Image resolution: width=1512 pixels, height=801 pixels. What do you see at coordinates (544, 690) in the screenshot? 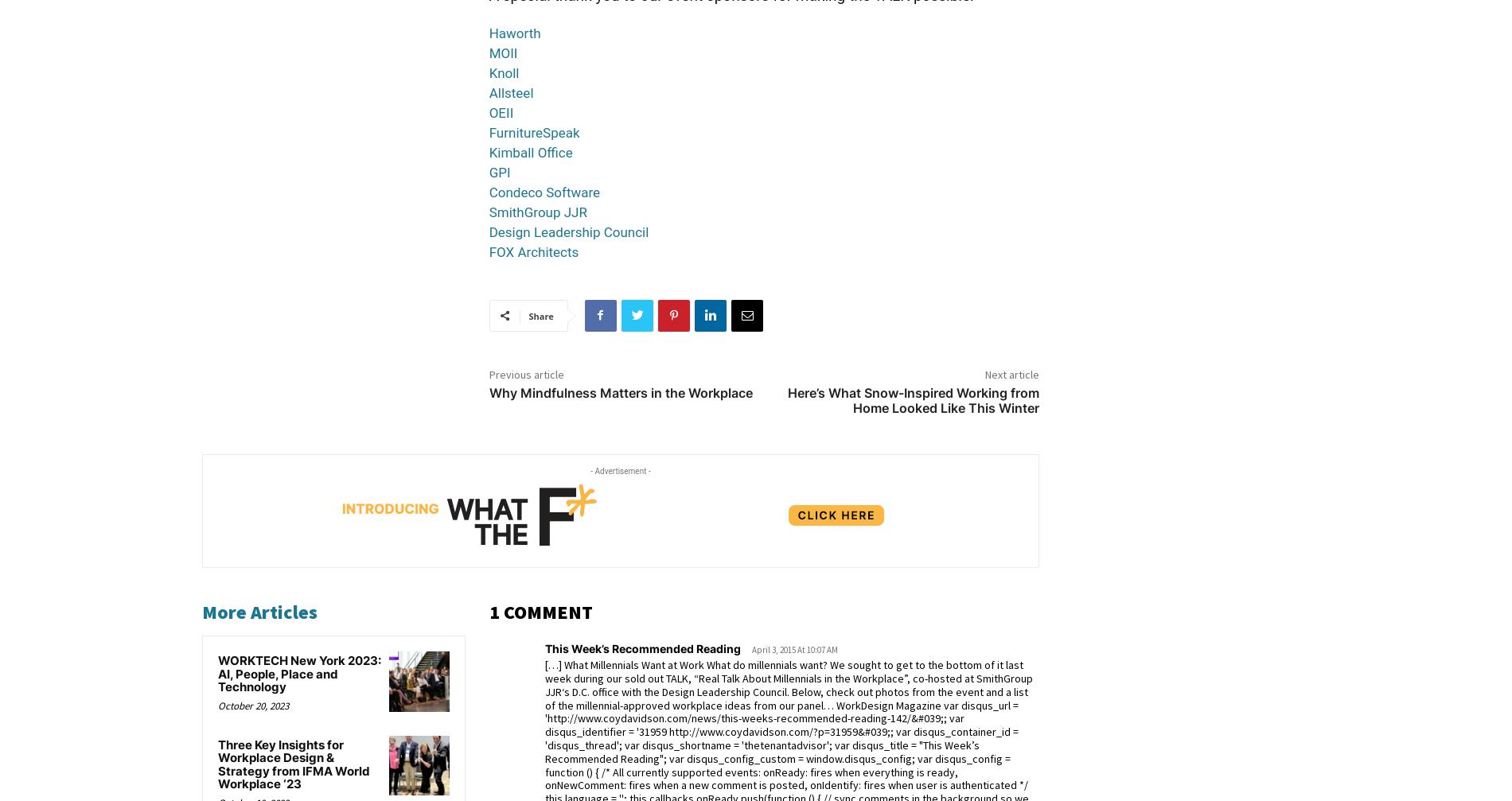
I see `'[…] What Millennials Want at Work What do millennials want? We sought to get to the bottom of it last week during our sold out TALK, “Real Talk About Millennials in the Workplace”, co-hosted at SmithGroup JJR‘s D.C. office with the Design Leadership Council. Below, check out photos from the event and a list of the millennial-approved workplace ideas from our panel… WorkDesign Magazine                     var disqus_url = ''` at bounding box center [544, 690].